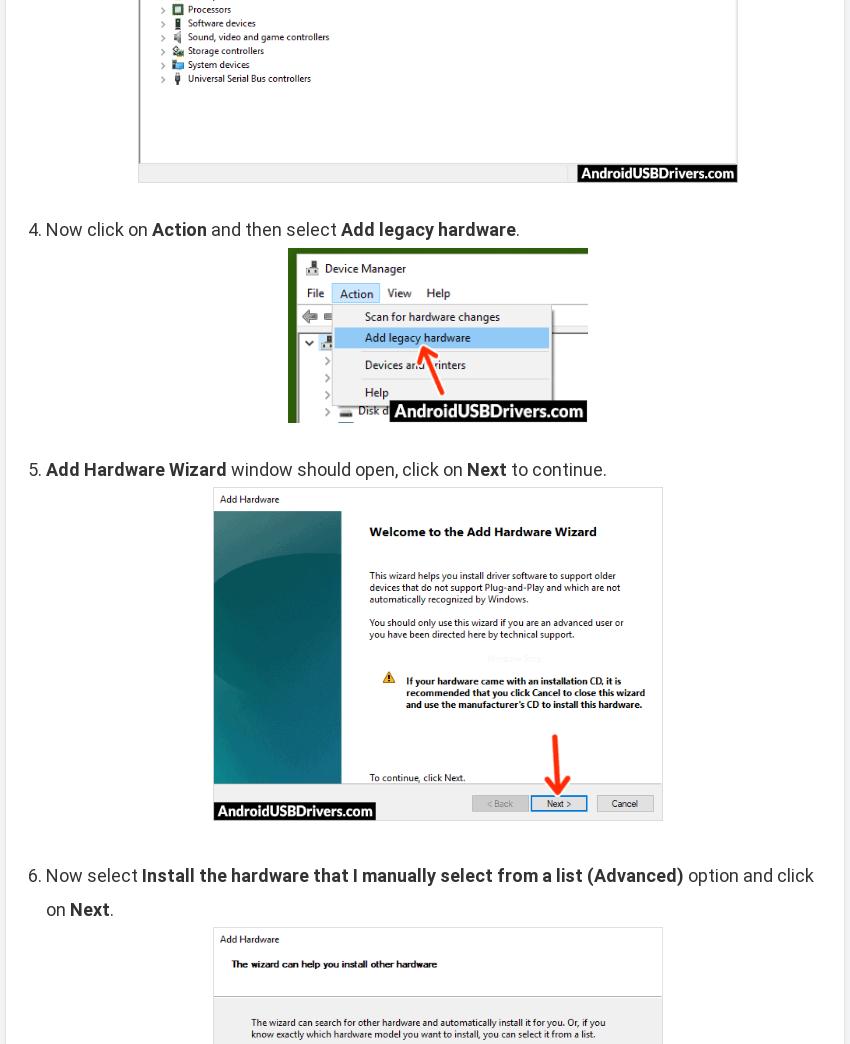  I want to click on 'window should open, click on', so click(227, 469).